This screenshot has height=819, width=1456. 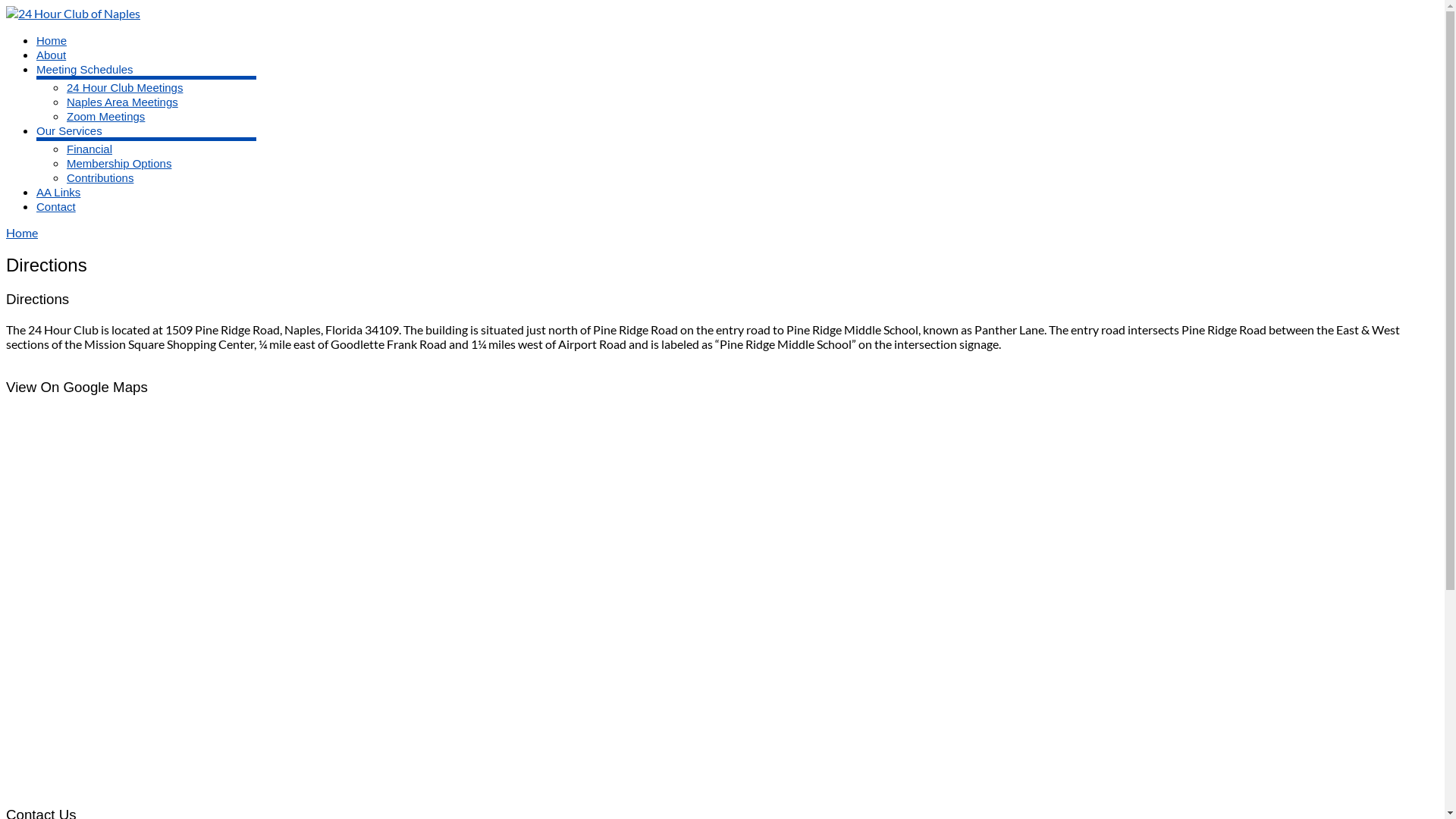 I want to click on 'Naples Area Meetings', so click(x=122, y=102).